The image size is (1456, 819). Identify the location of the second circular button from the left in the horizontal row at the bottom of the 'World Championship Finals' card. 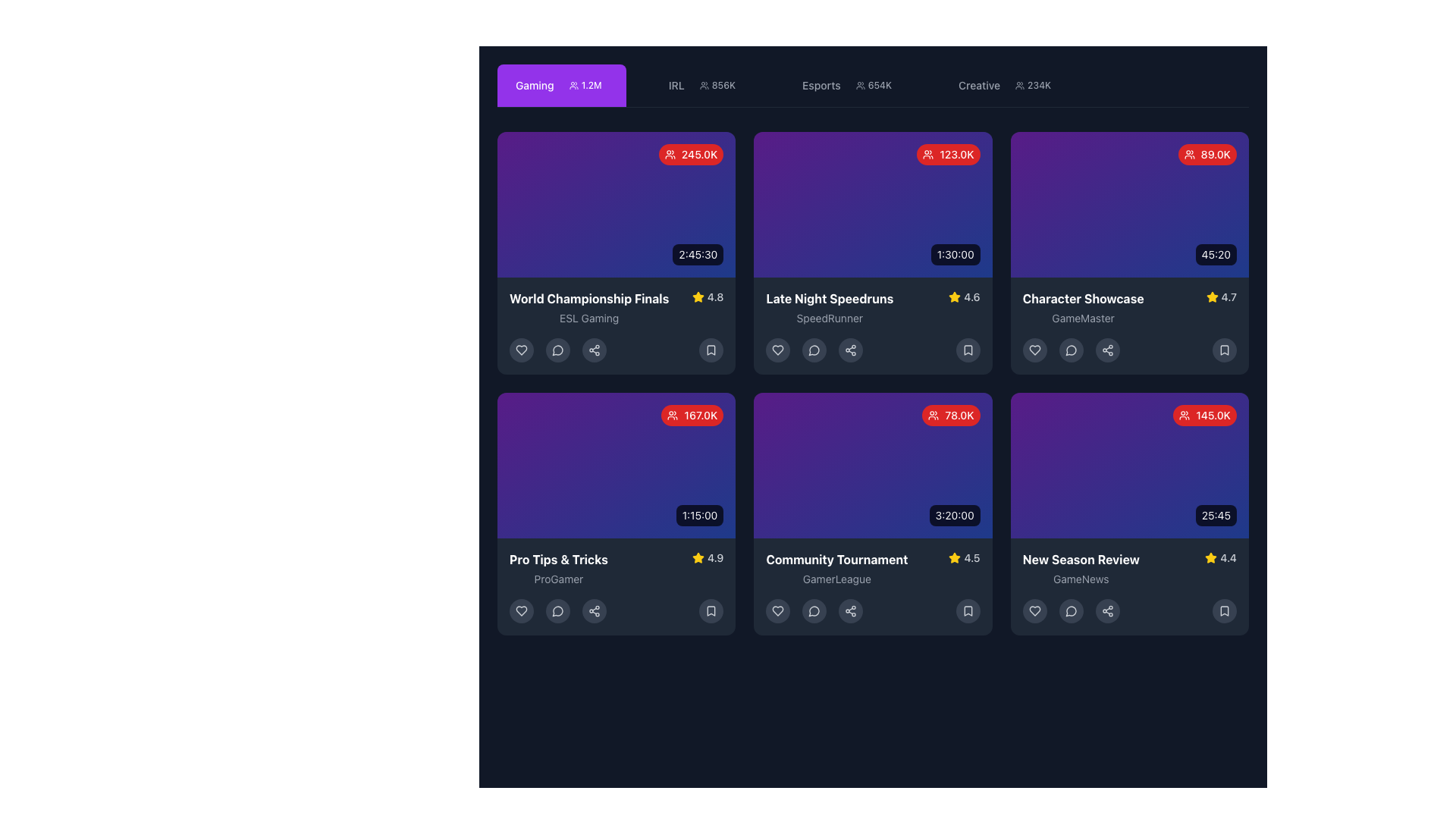
(557, 350).